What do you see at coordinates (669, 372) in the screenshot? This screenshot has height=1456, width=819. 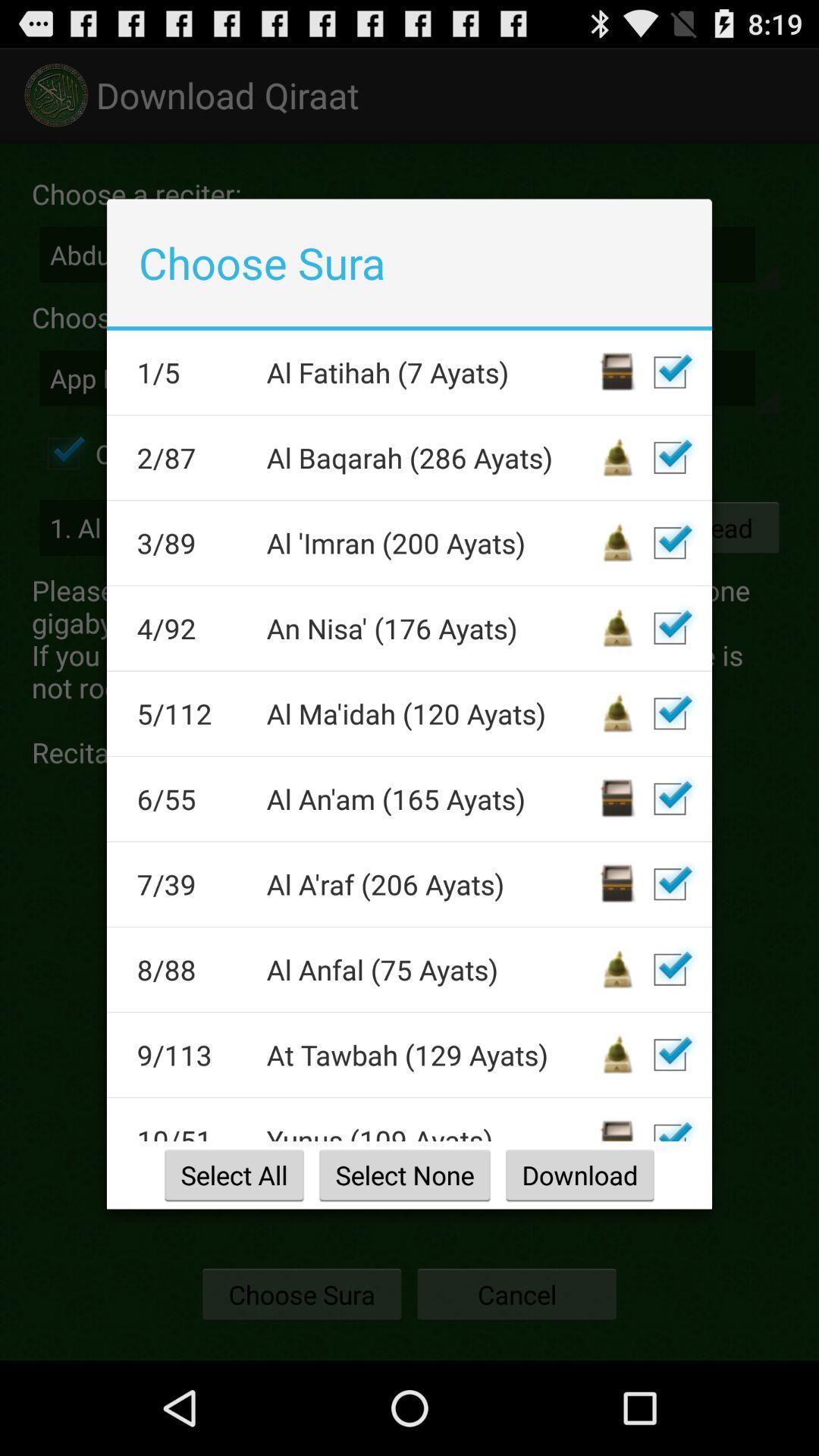 I see `checkbox` at bounding box center [669, 372].